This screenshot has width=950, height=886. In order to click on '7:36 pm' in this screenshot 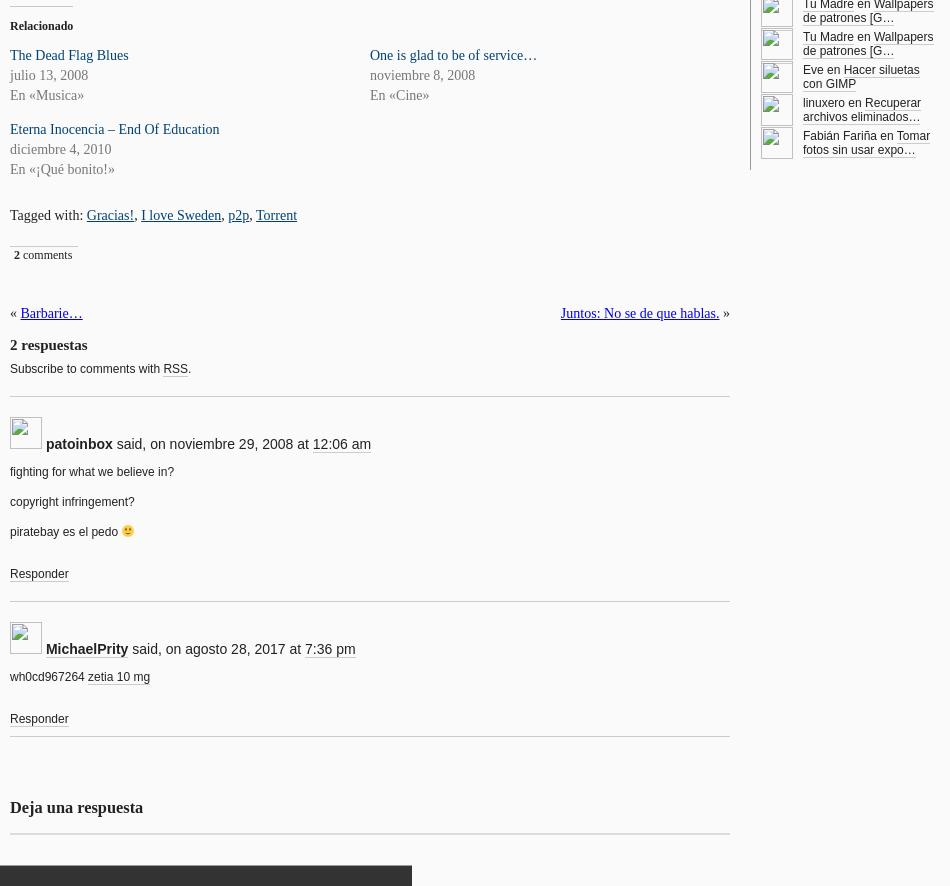, I will do `click(329, 648)`.